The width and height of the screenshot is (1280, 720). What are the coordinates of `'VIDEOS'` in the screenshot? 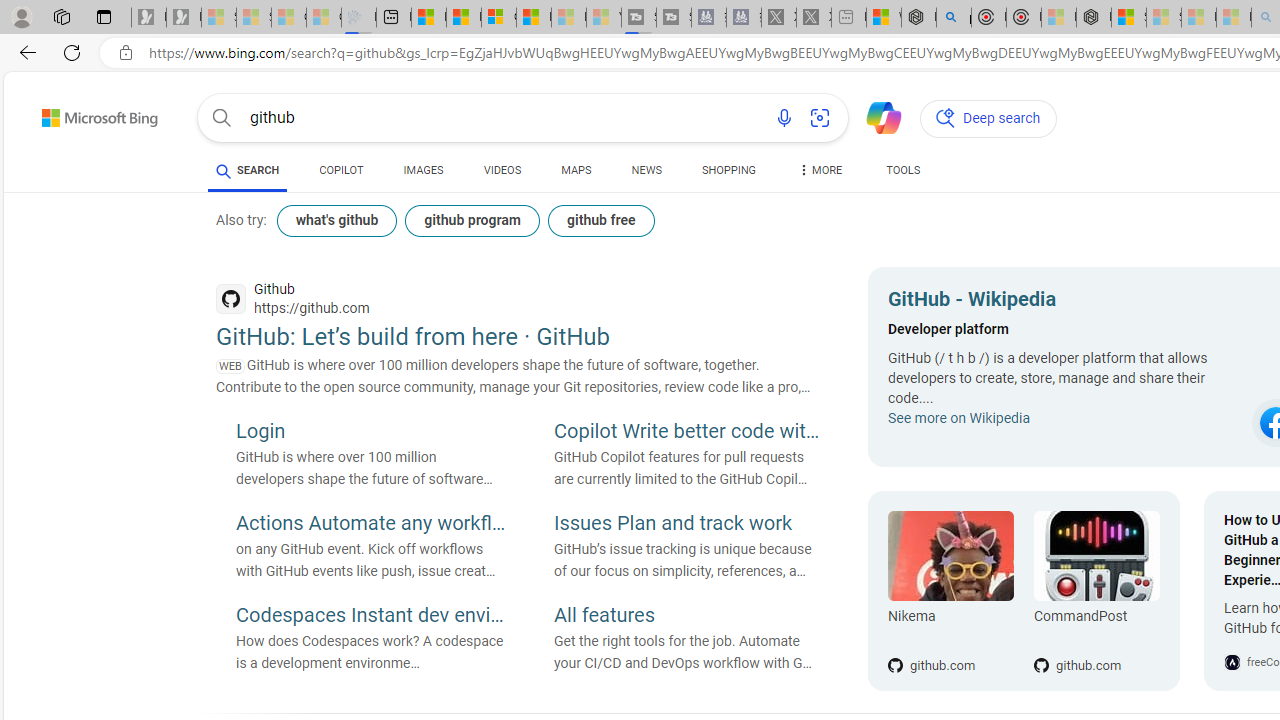 It's located at (502, 170).